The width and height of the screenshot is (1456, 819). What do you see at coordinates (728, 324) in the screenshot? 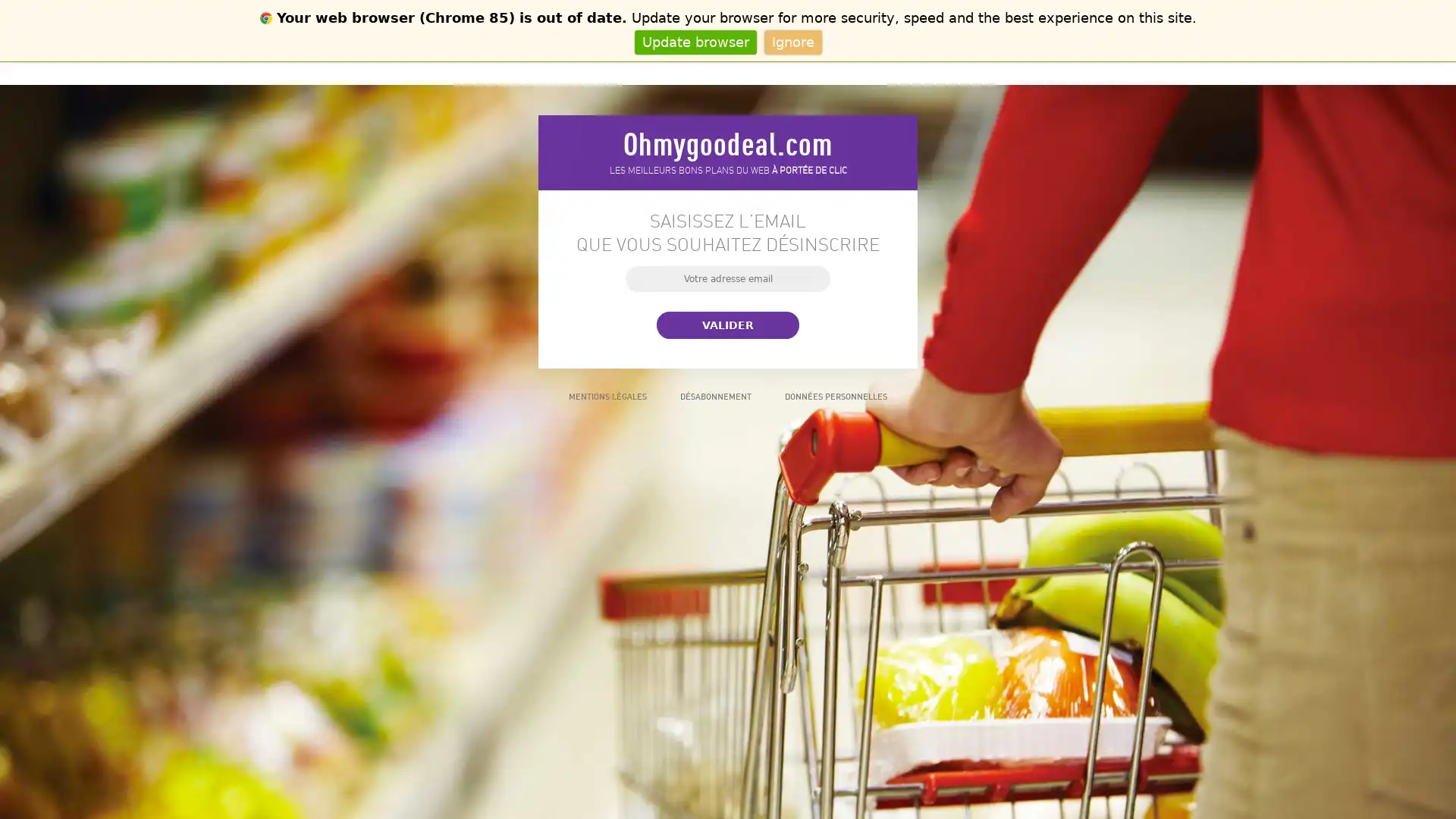
I see `Valider` at bounding box center [728, 324].